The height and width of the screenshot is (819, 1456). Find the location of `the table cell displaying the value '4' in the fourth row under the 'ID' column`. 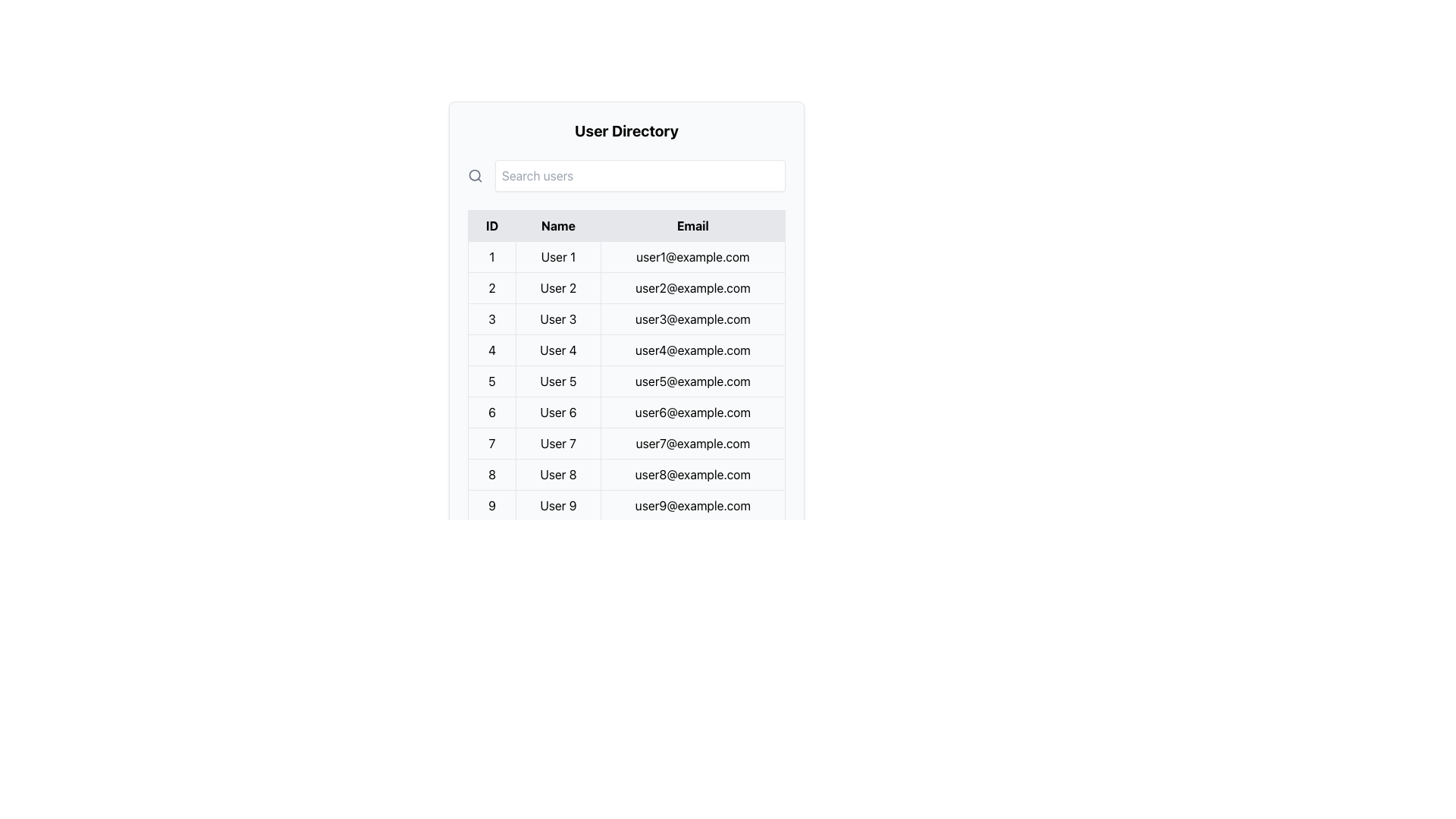

the table cell displaying the value '4' in the fourth row under the 'ID' column is located at coordinates (491, 350).